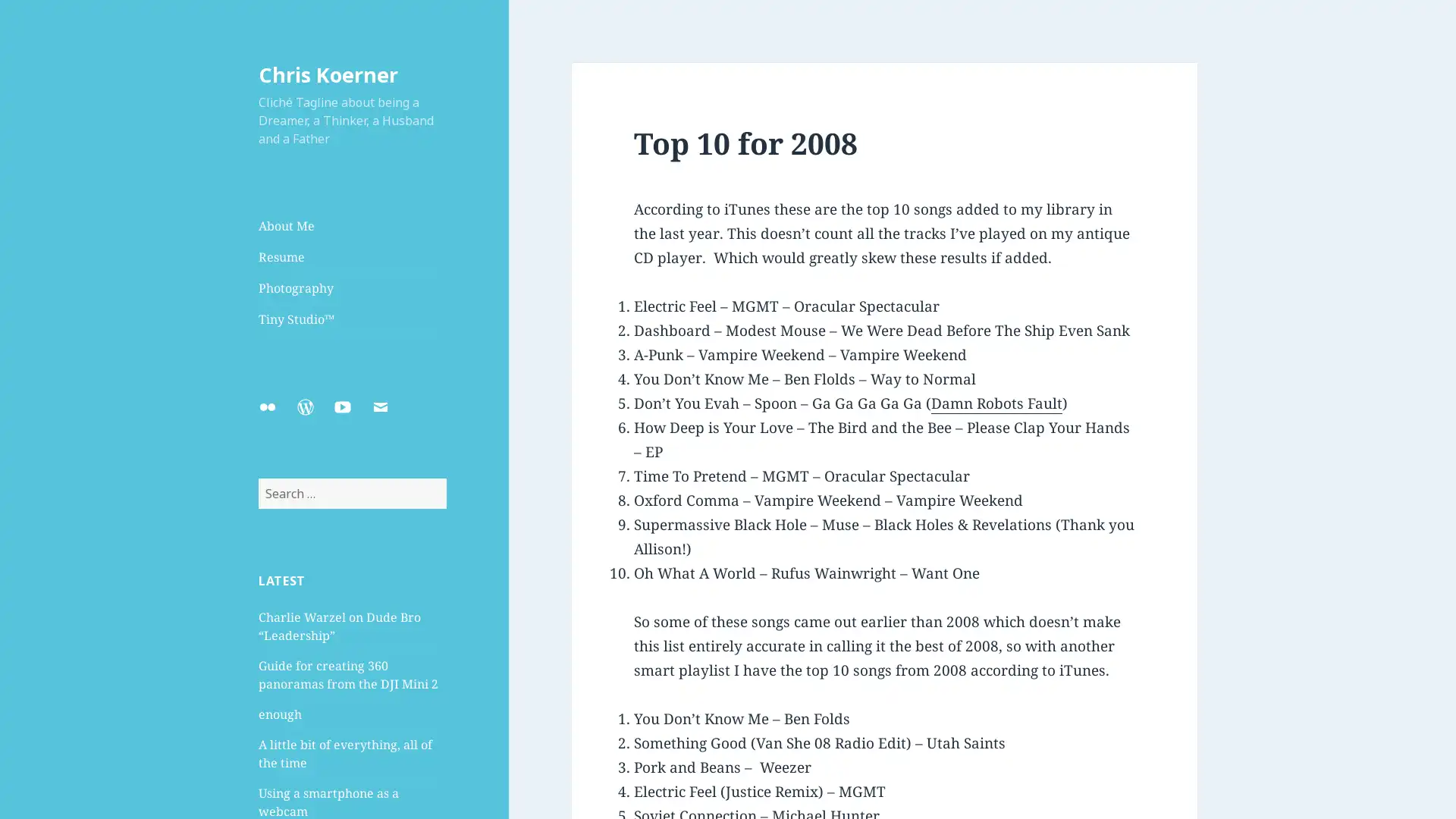  I want to click on Search, so click(444, 478).